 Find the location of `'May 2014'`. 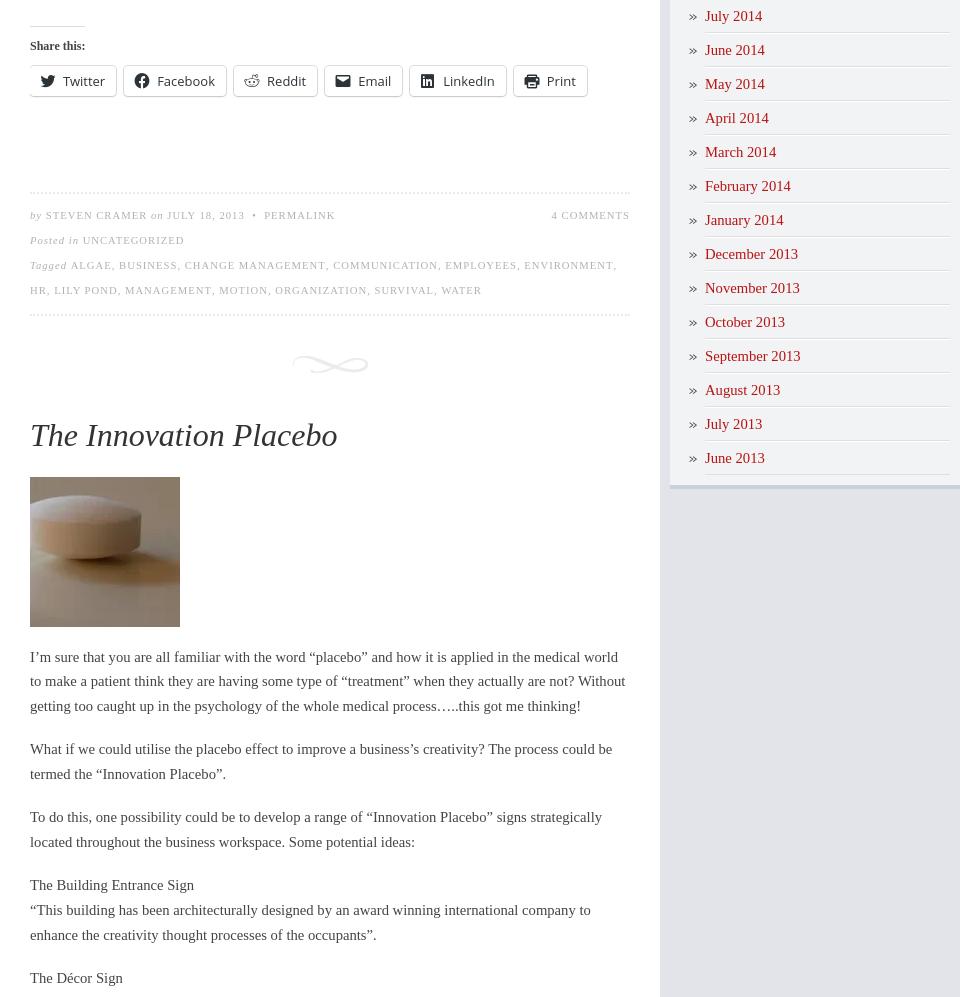

'May 2014' is located at coordinates (733, 81).